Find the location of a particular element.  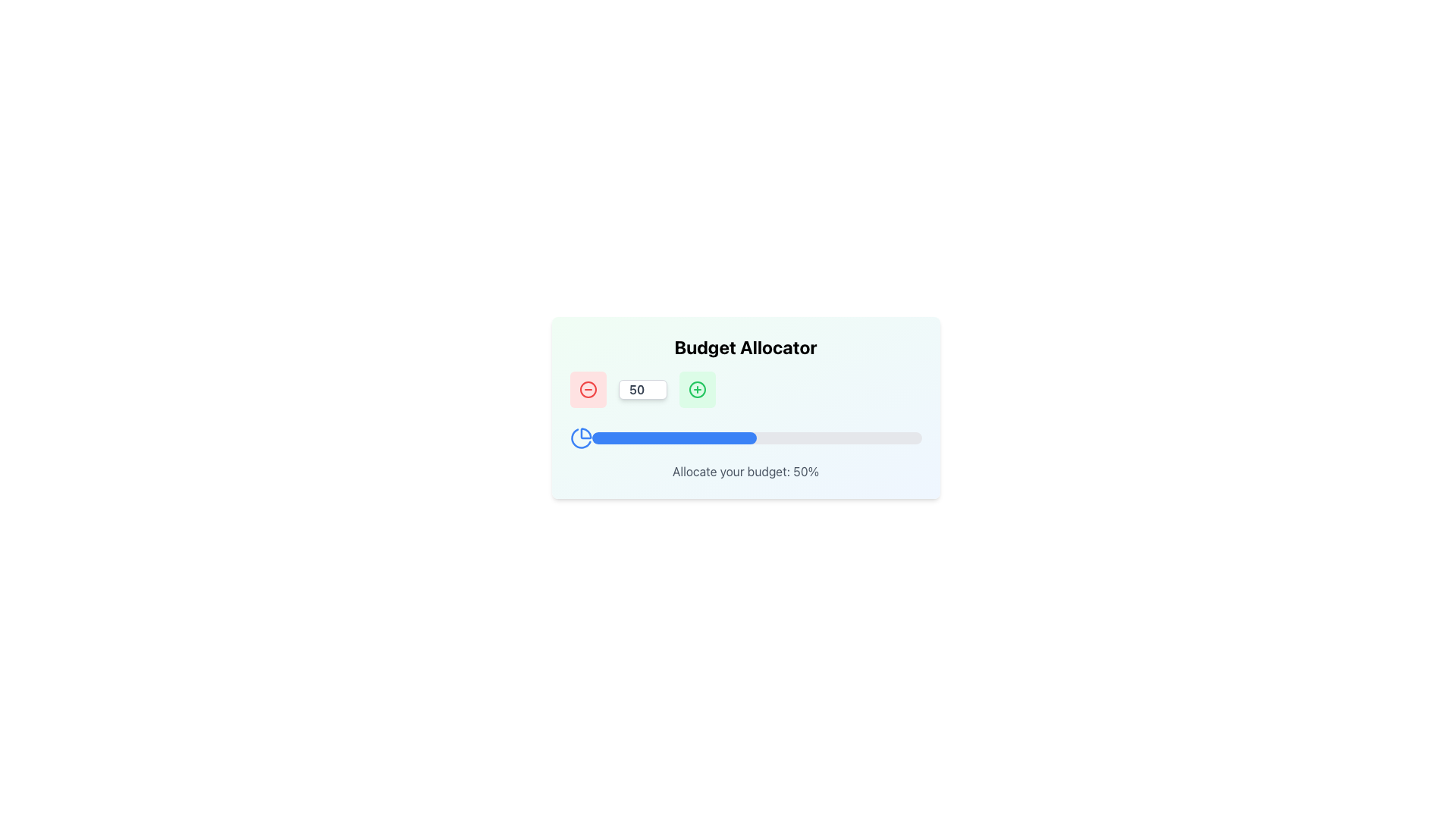

the SVG Circle element that serves as an interactive button indicating 'add' or 'increase', positioned to the right of the numeric input field and adjacent to the minus button is located at coordinates (696, 388).